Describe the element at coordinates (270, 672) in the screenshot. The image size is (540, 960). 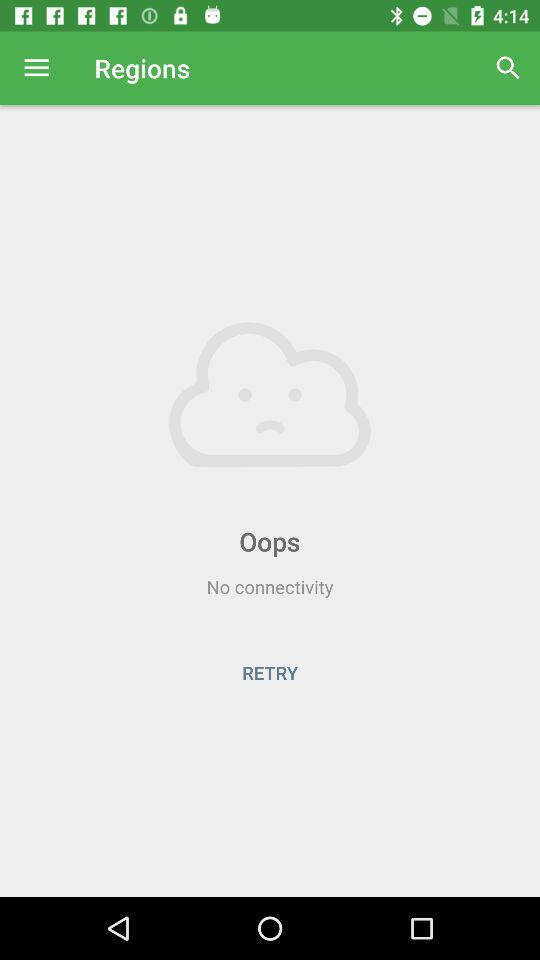
I see `the icon below the no connectivity` at that location.